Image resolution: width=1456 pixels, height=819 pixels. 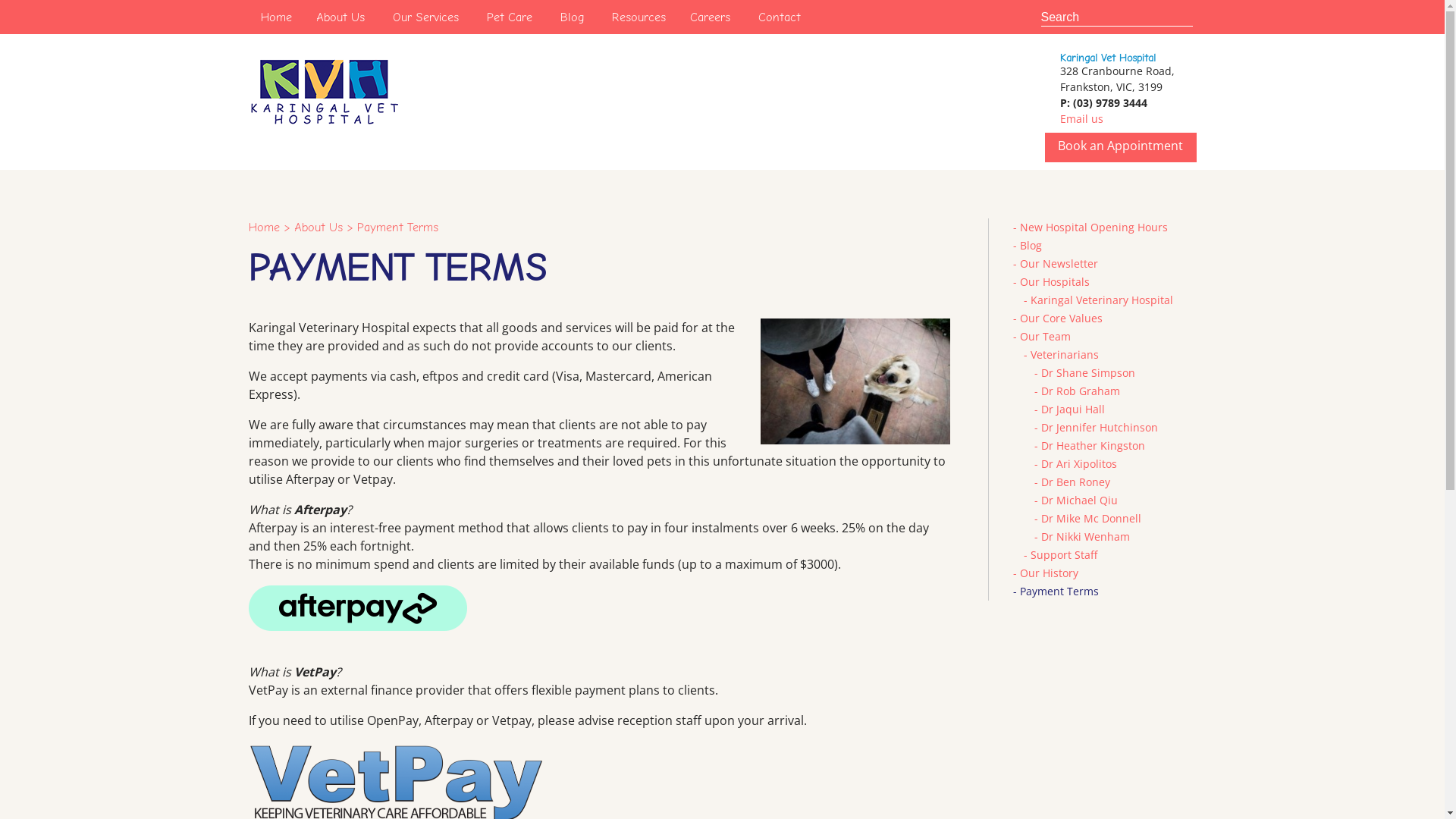 I want to click on 'Dr Shane Simpson', so click(x=1087, y=372).